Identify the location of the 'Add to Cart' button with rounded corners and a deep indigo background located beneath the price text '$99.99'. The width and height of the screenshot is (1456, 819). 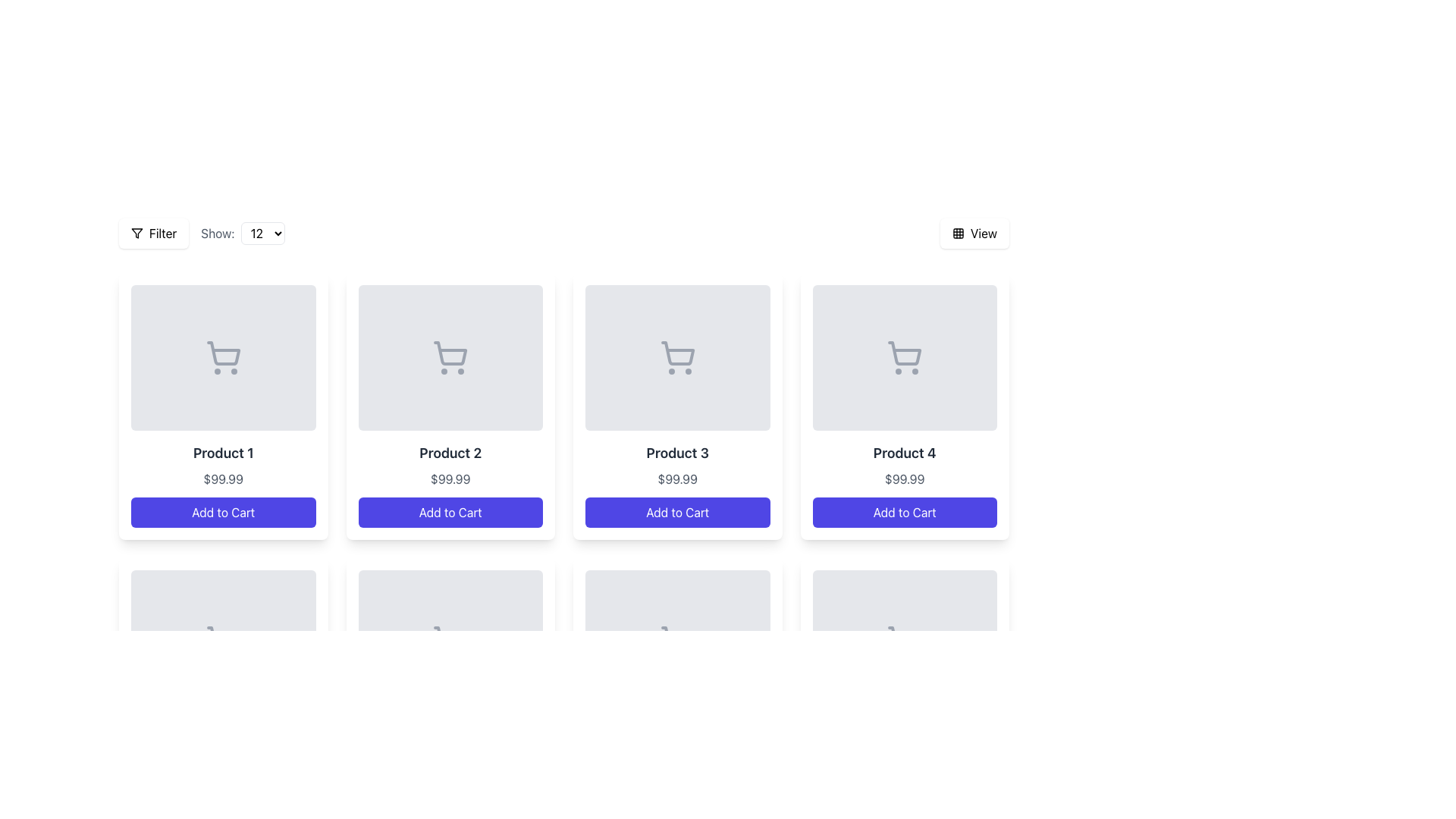
(450, 512).